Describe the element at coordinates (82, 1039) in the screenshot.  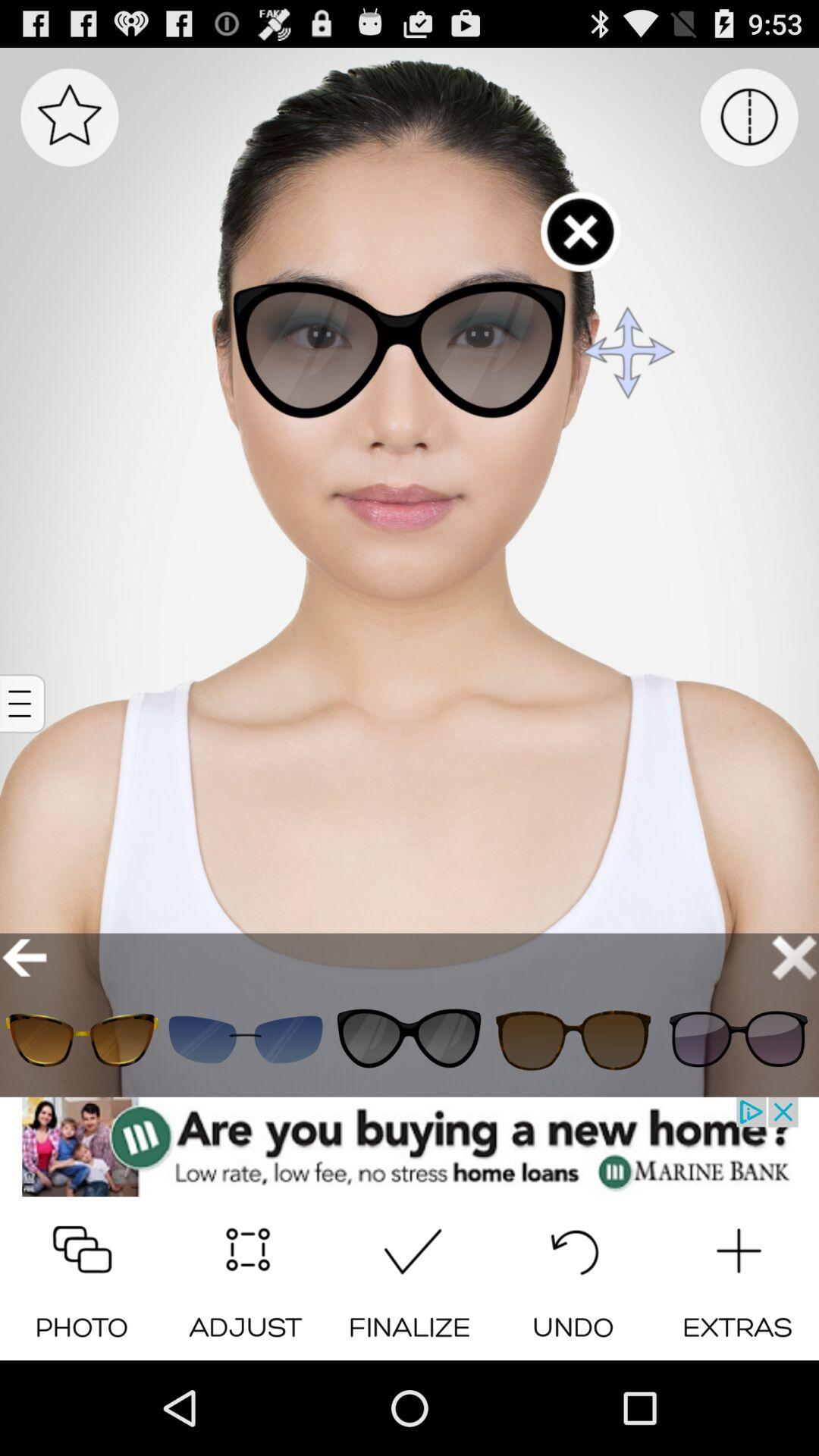
I see `see this style on the model` at that location.